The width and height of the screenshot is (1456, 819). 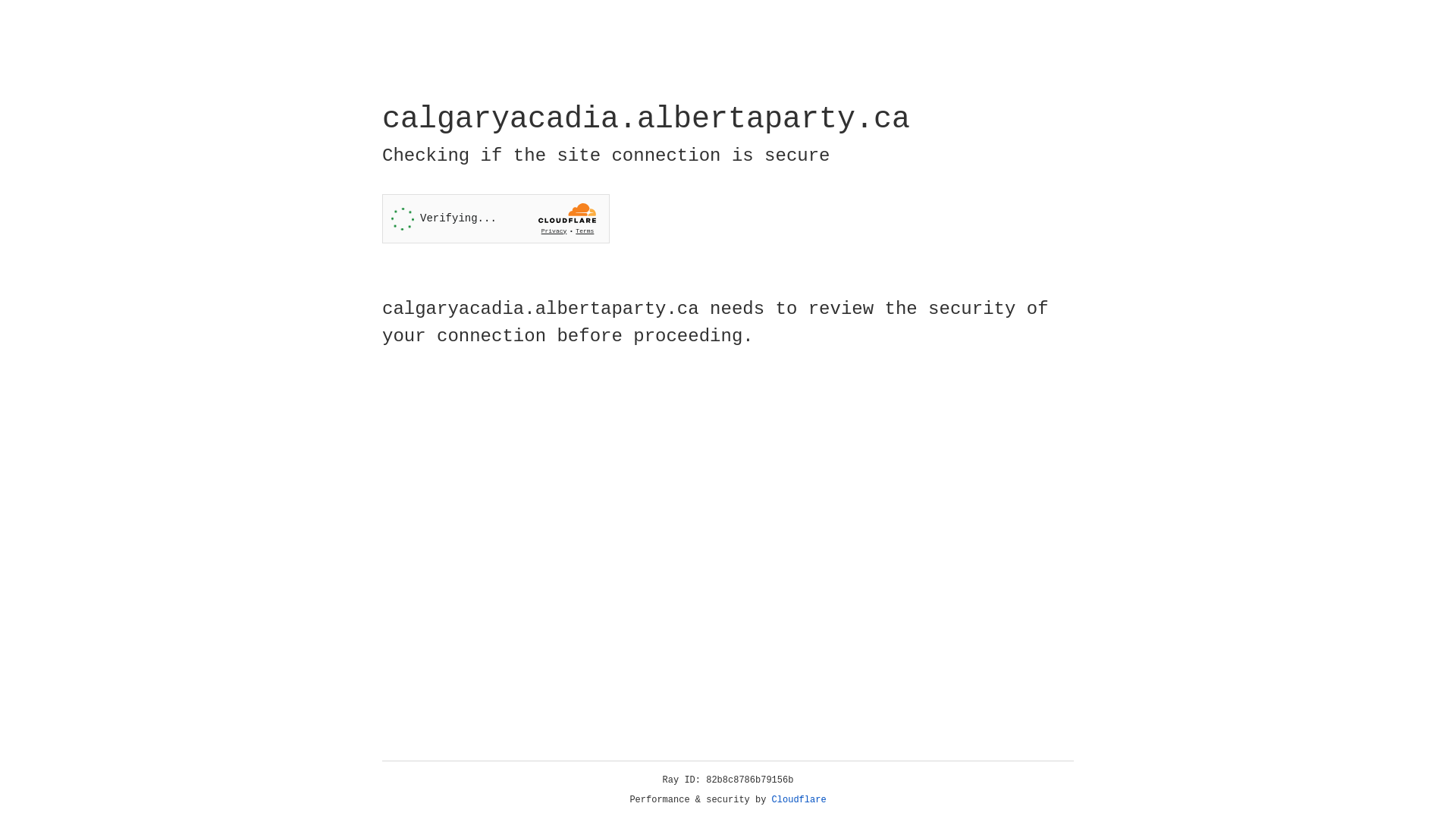 I want to click on 'Cloudflare', so click(x=799, y=799).